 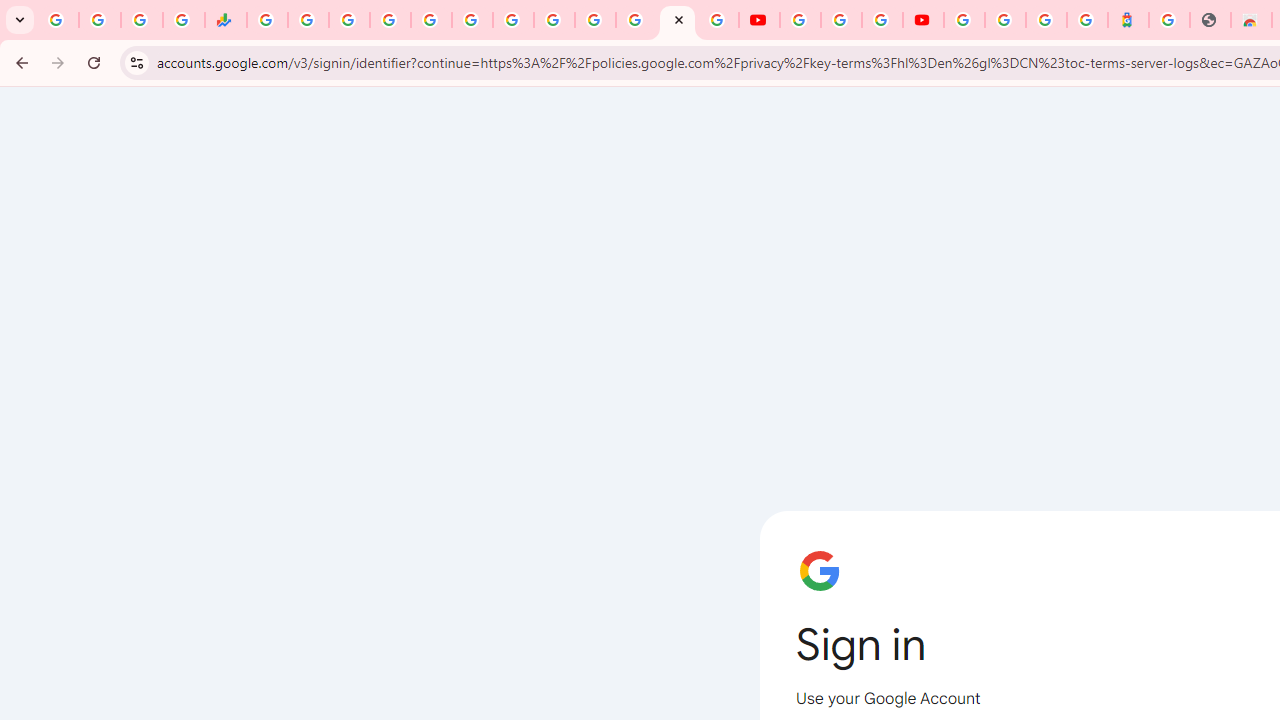 What do you see at coordinates (922, 20) in the screenshot?
I see `'Content Creator Programs & Opportunities - YouTube Creators'` at bounding box center [922, 20].